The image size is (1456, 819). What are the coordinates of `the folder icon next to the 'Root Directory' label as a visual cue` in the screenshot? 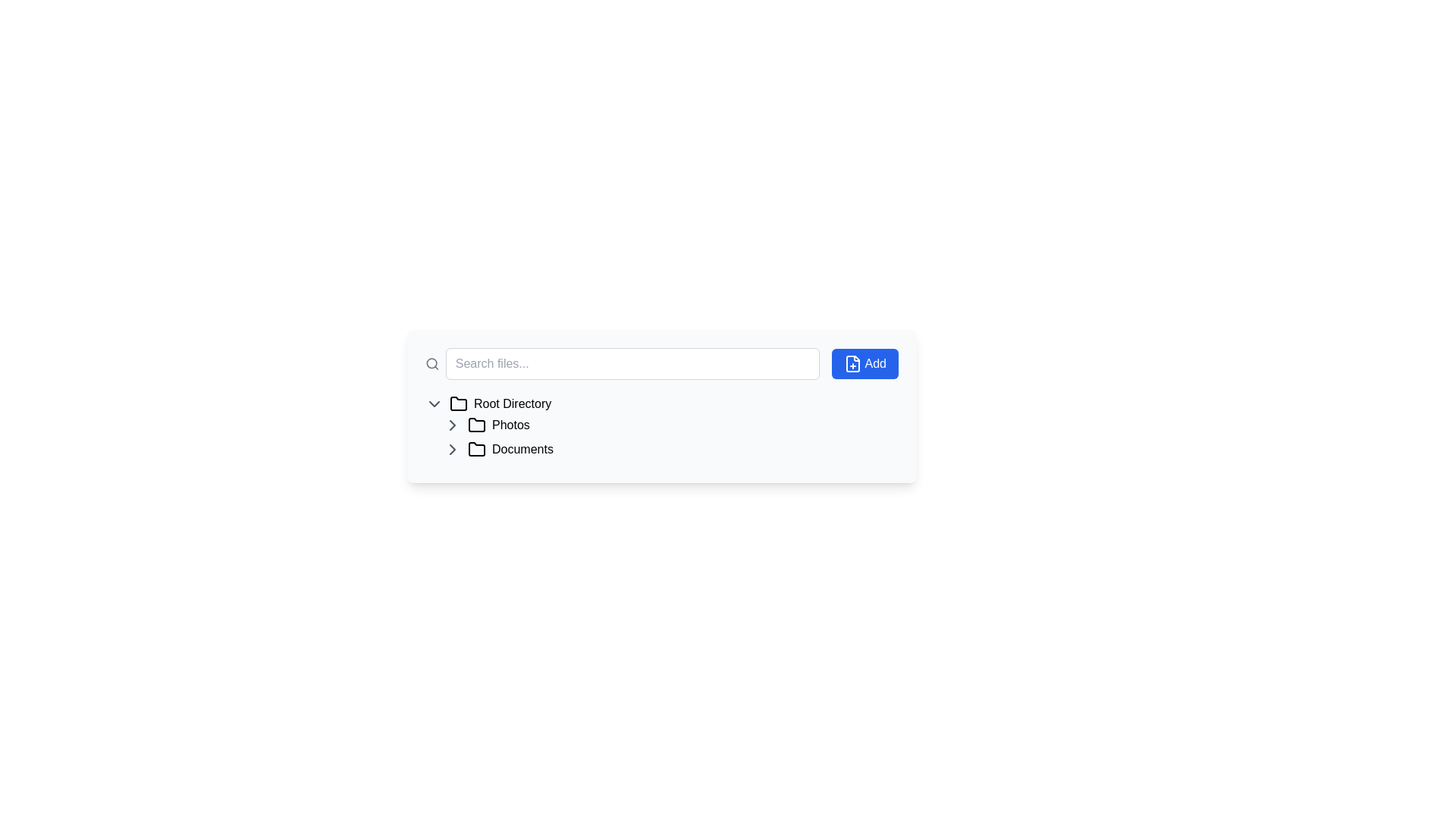 It's located at (457, 403).